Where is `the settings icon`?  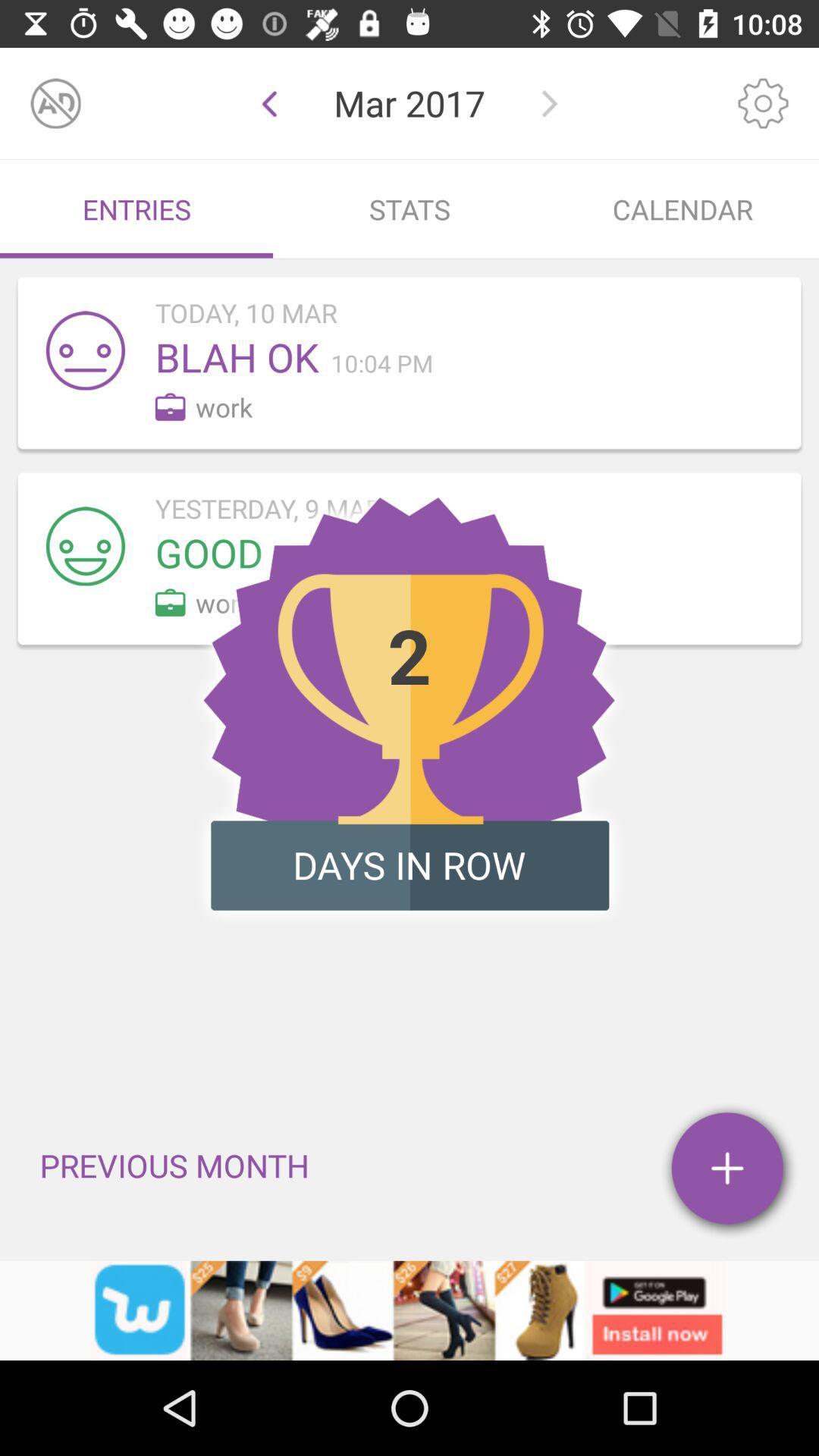 the settings icon is located at coordinates (763, 102).